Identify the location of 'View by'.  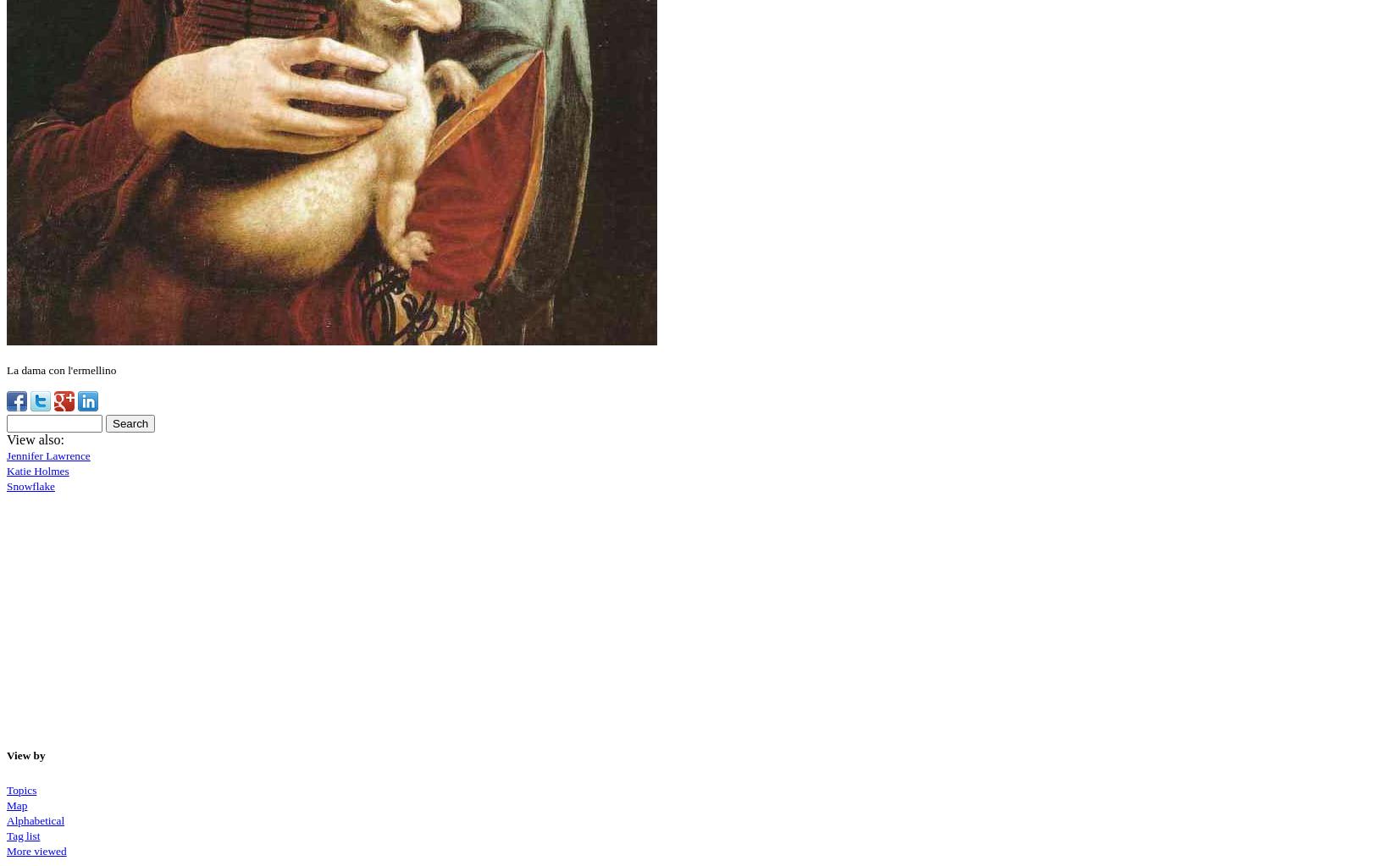
(25, 755).